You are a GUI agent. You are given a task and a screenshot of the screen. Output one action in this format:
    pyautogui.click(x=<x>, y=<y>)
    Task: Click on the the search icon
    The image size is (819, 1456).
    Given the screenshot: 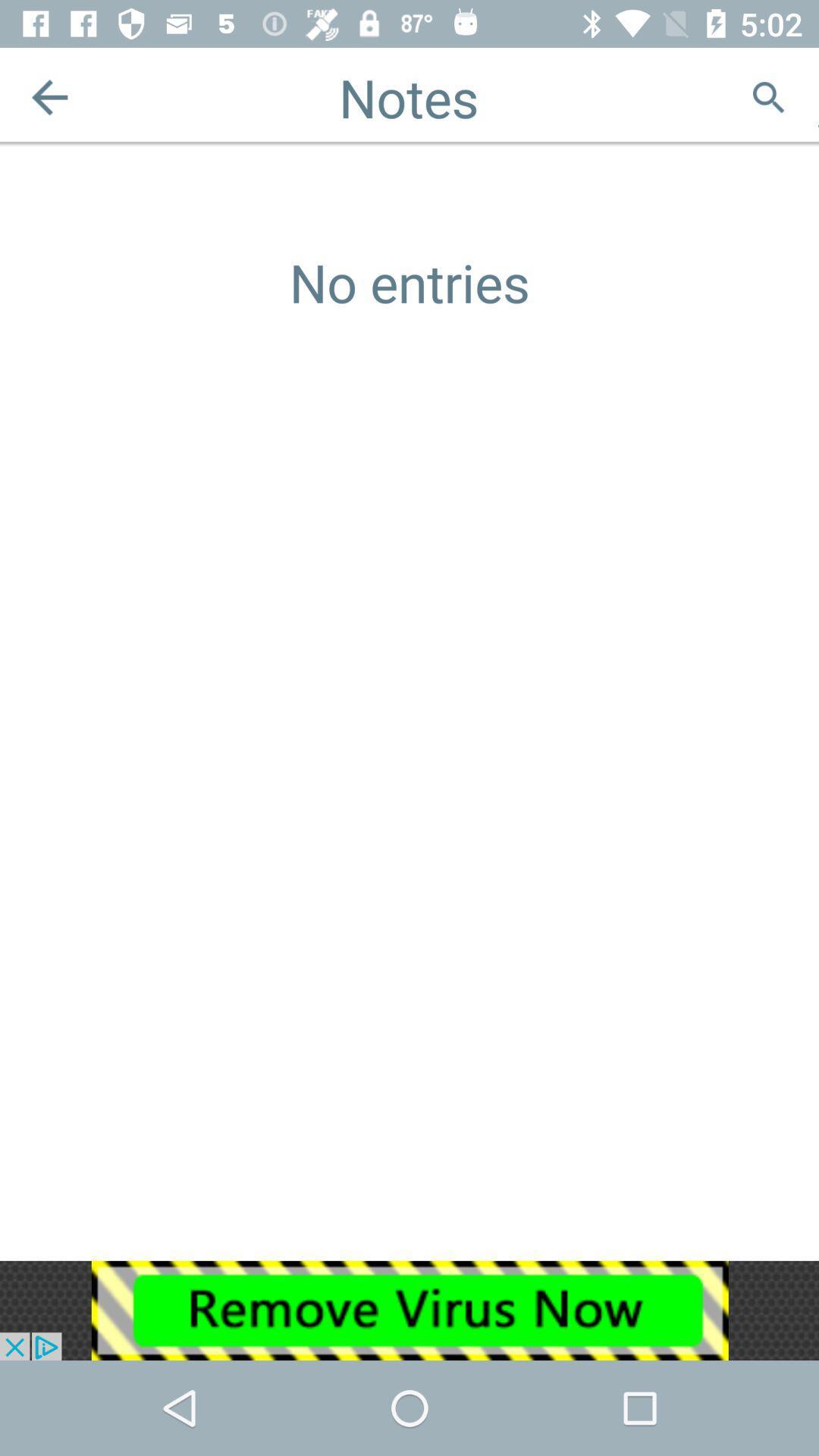 What is the action you would take?
    pyautogui.click(x=768, y=96)
    